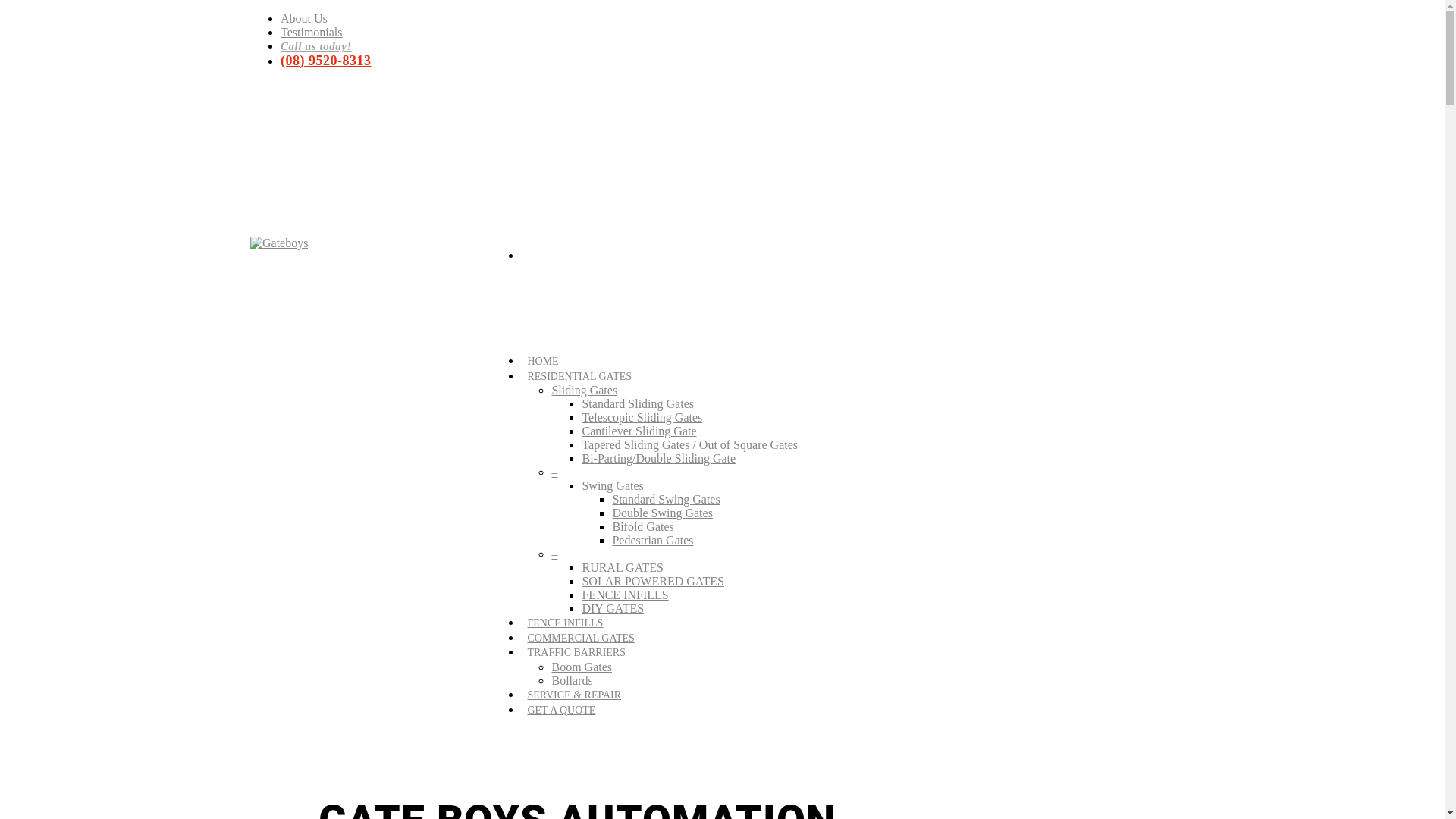  Describe the element at coordinates (658, 457) in the screenshot. I see `'Bi-Parting/Double Sliding Gate'` at that location.